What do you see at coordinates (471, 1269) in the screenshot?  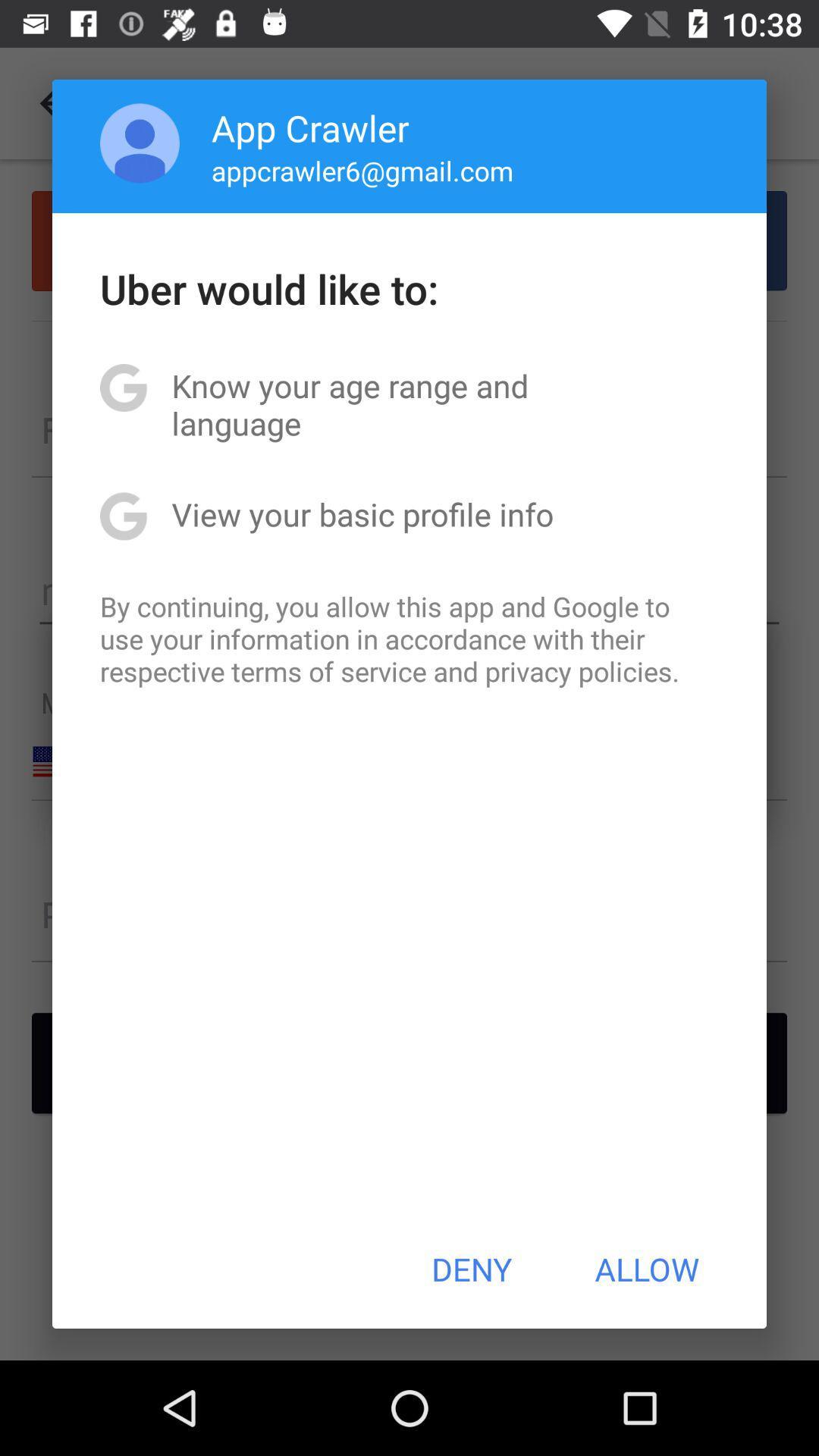 I see `deny icon` at bounding box center [471, 1269].